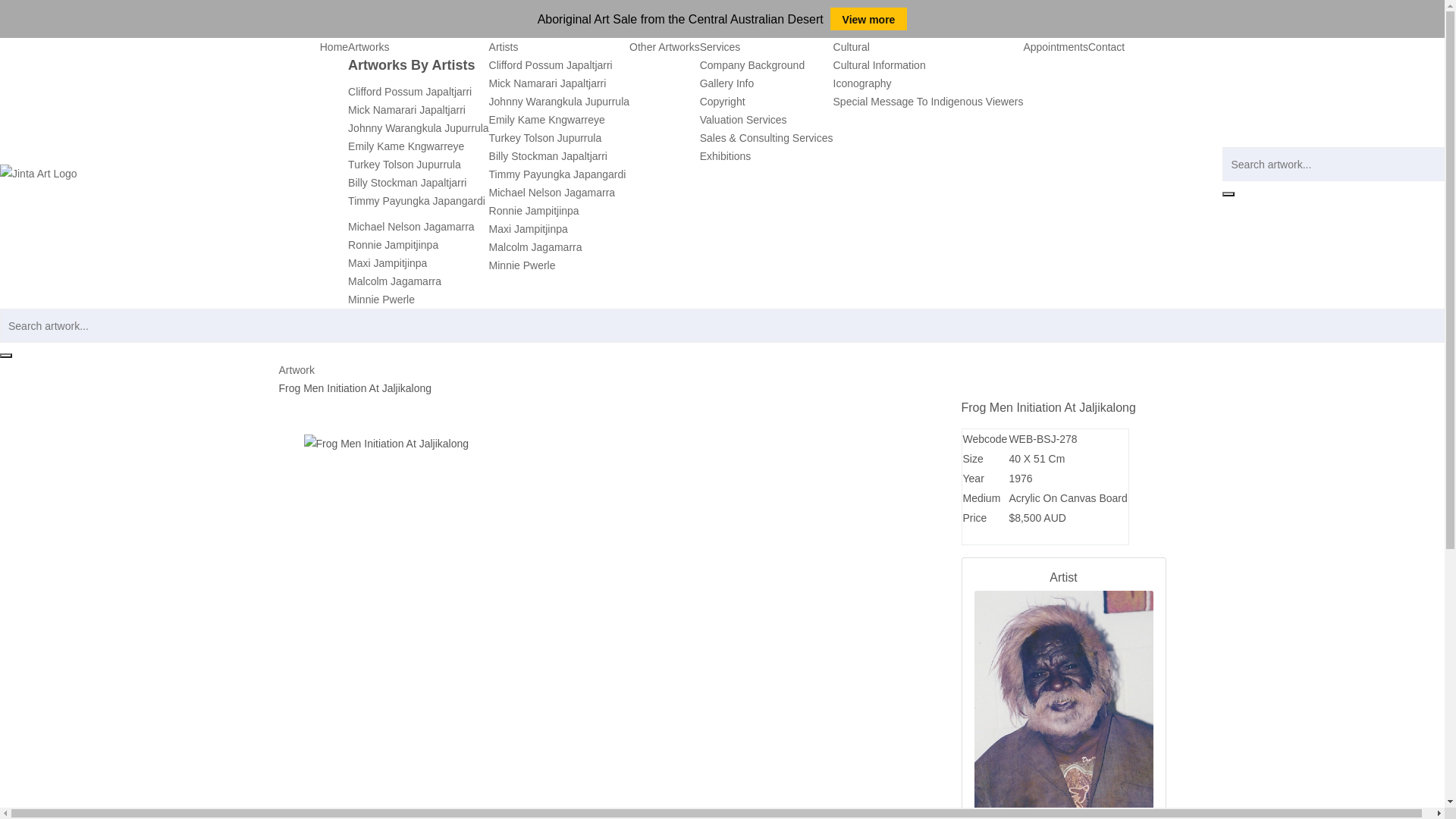 Image resolution: width=1456 pixels, height=819 pixels. Describe the element at coordinates (528, 228) in the screenshot. I see `'Maxi Jampitjinpa'` at that location.